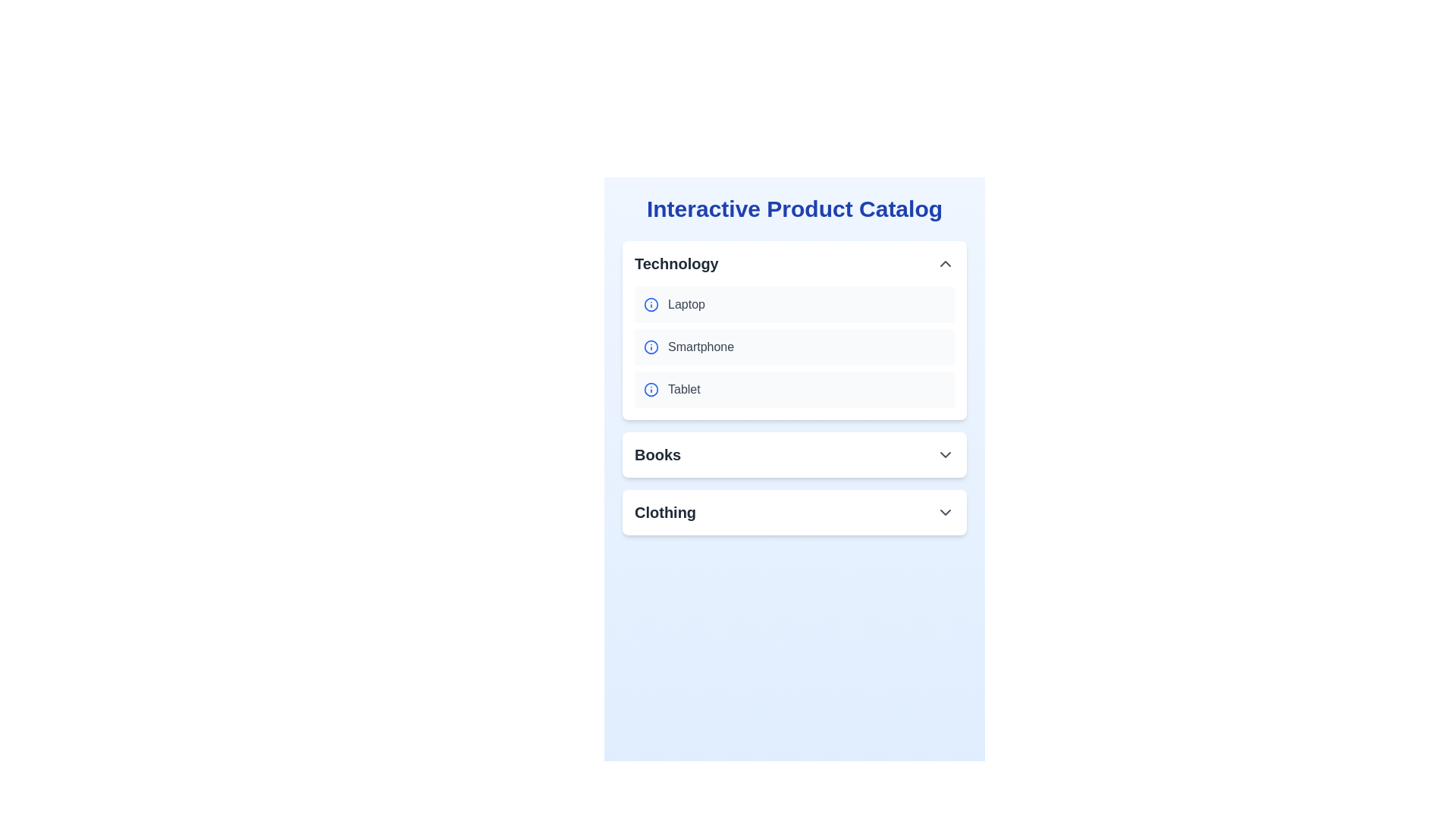 The width and height of the screenshot is (1456, 819). Describe the element at coordinates (945, 454) in the screenshot. I see `the downward-pointing chevron button` at that location.